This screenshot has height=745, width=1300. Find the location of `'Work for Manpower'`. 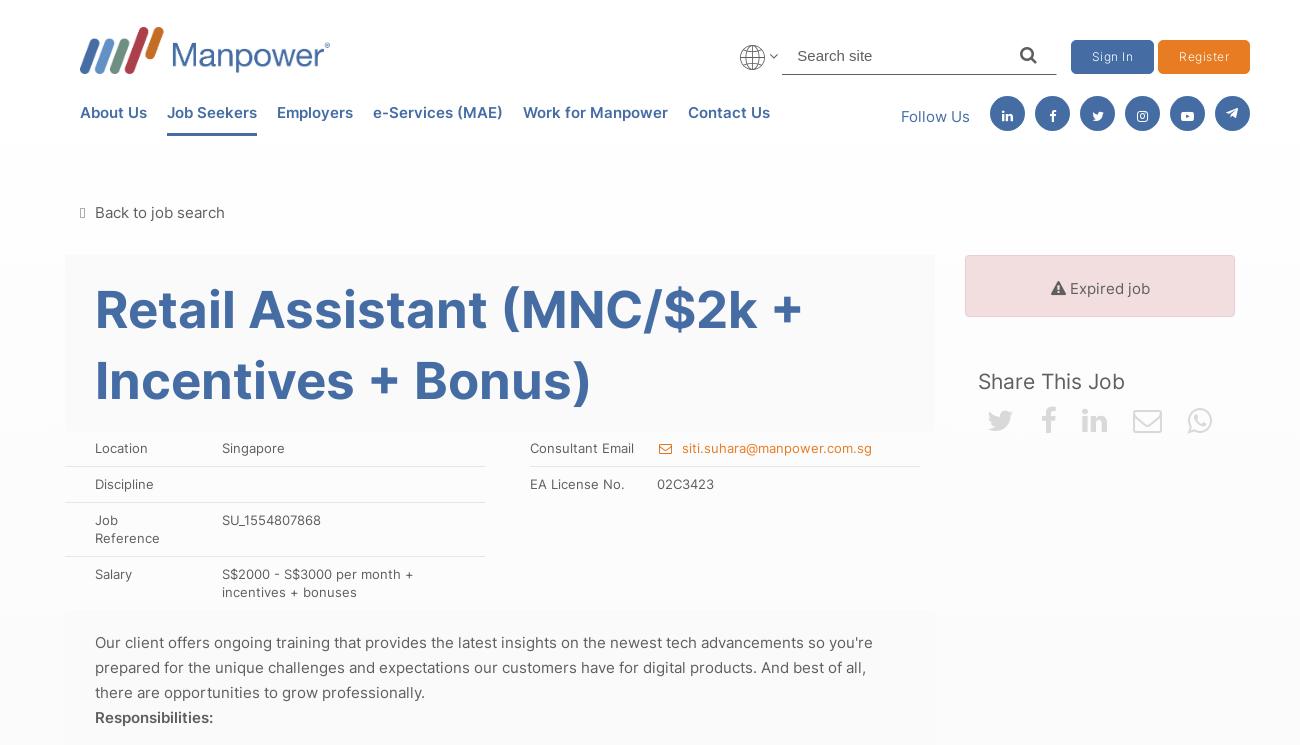

'Work for Manpower' is located at coordinates (594, 111).